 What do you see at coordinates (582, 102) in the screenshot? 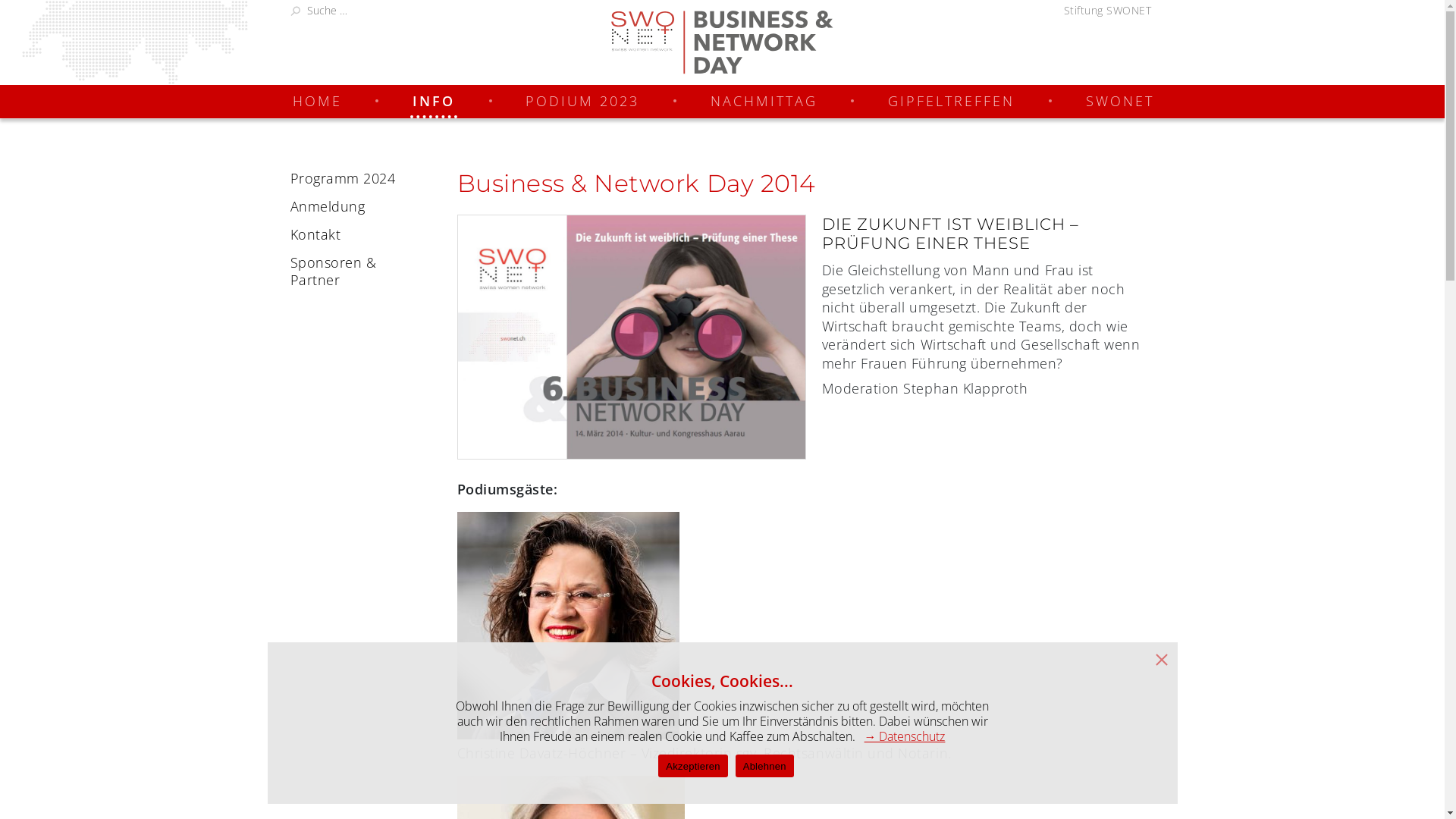
I see `'PODIUM 2023'` at bounding box center [582, 102].